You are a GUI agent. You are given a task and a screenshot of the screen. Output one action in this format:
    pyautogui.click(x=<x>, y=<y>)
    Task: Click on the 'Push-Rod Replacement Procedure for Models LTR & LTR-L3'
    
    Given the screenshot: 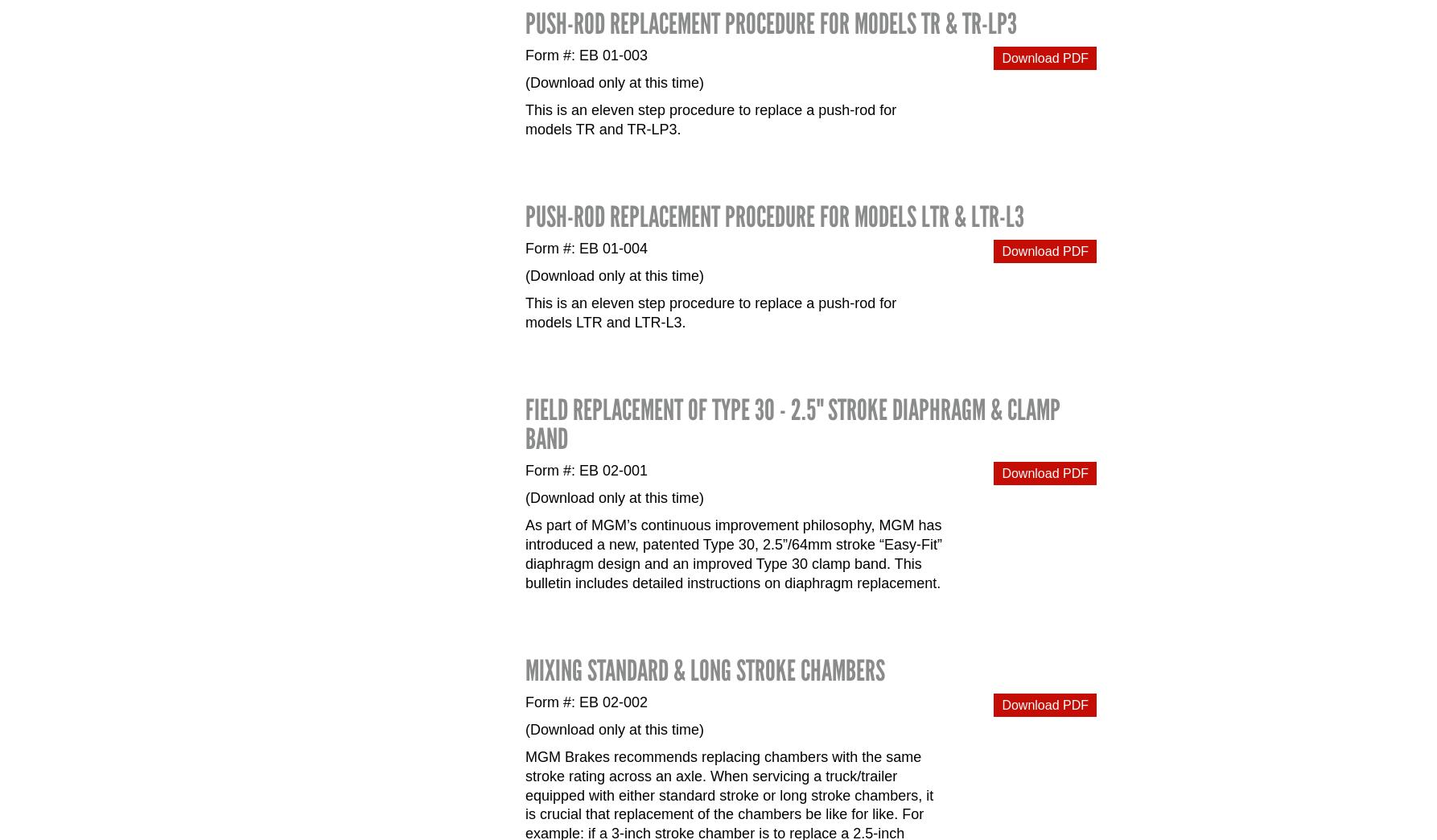 What is the action you would take?
    pyautogui.click(x=525, y=215)
    